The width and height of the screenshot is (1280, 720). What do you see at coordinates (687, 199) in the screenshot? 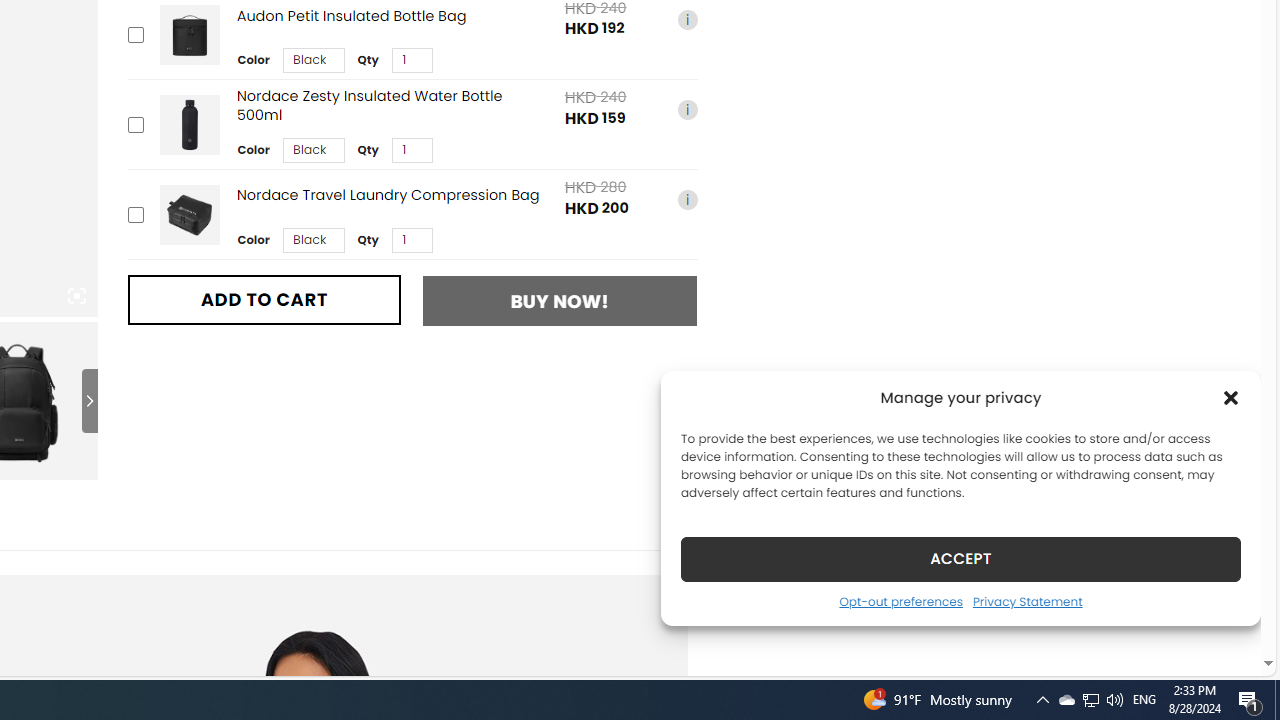
I see `'i'` at bounding box center [687, 199].